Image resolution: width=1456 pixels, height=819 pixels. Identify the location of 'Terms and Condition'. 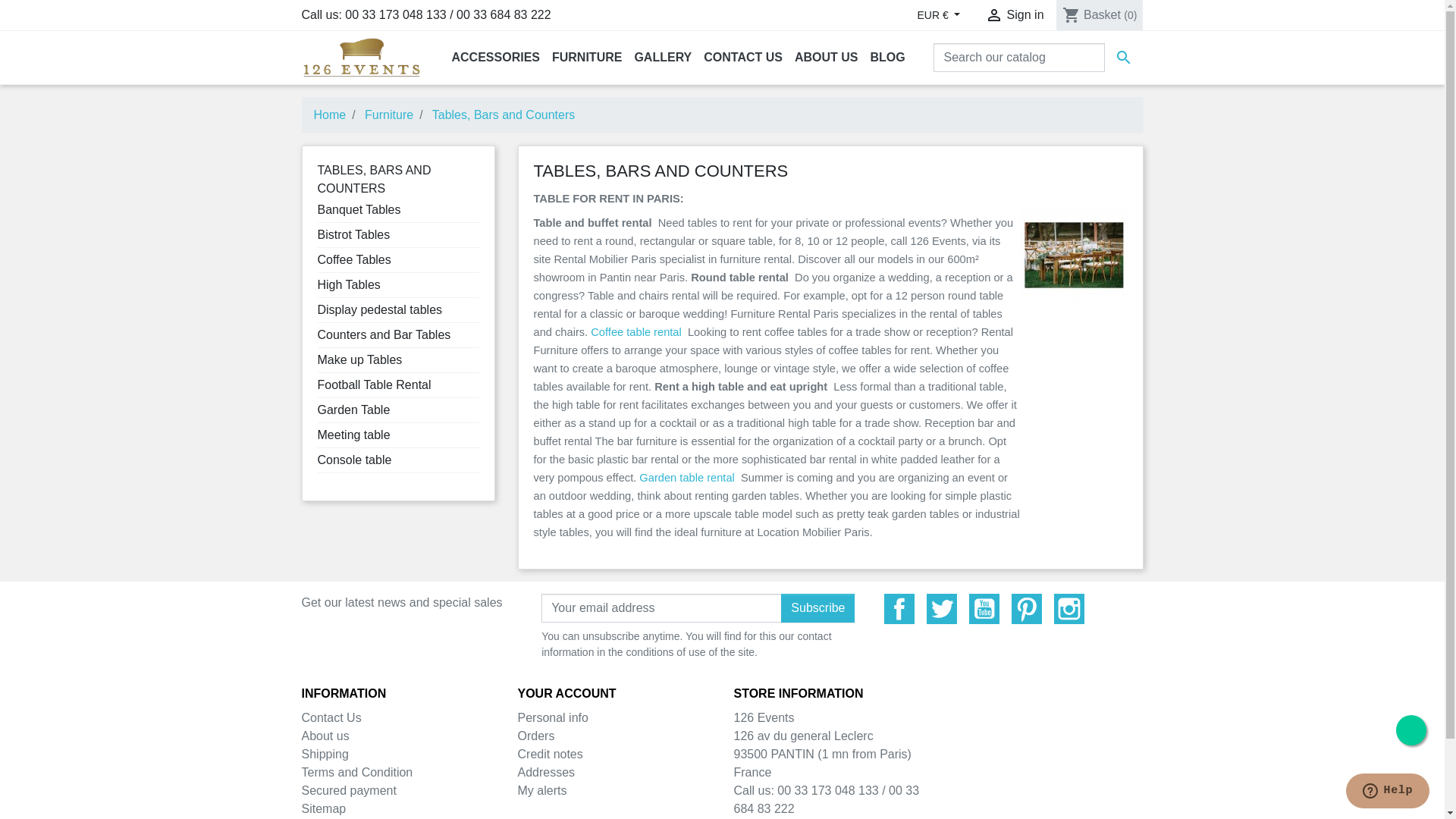
(302, 772).